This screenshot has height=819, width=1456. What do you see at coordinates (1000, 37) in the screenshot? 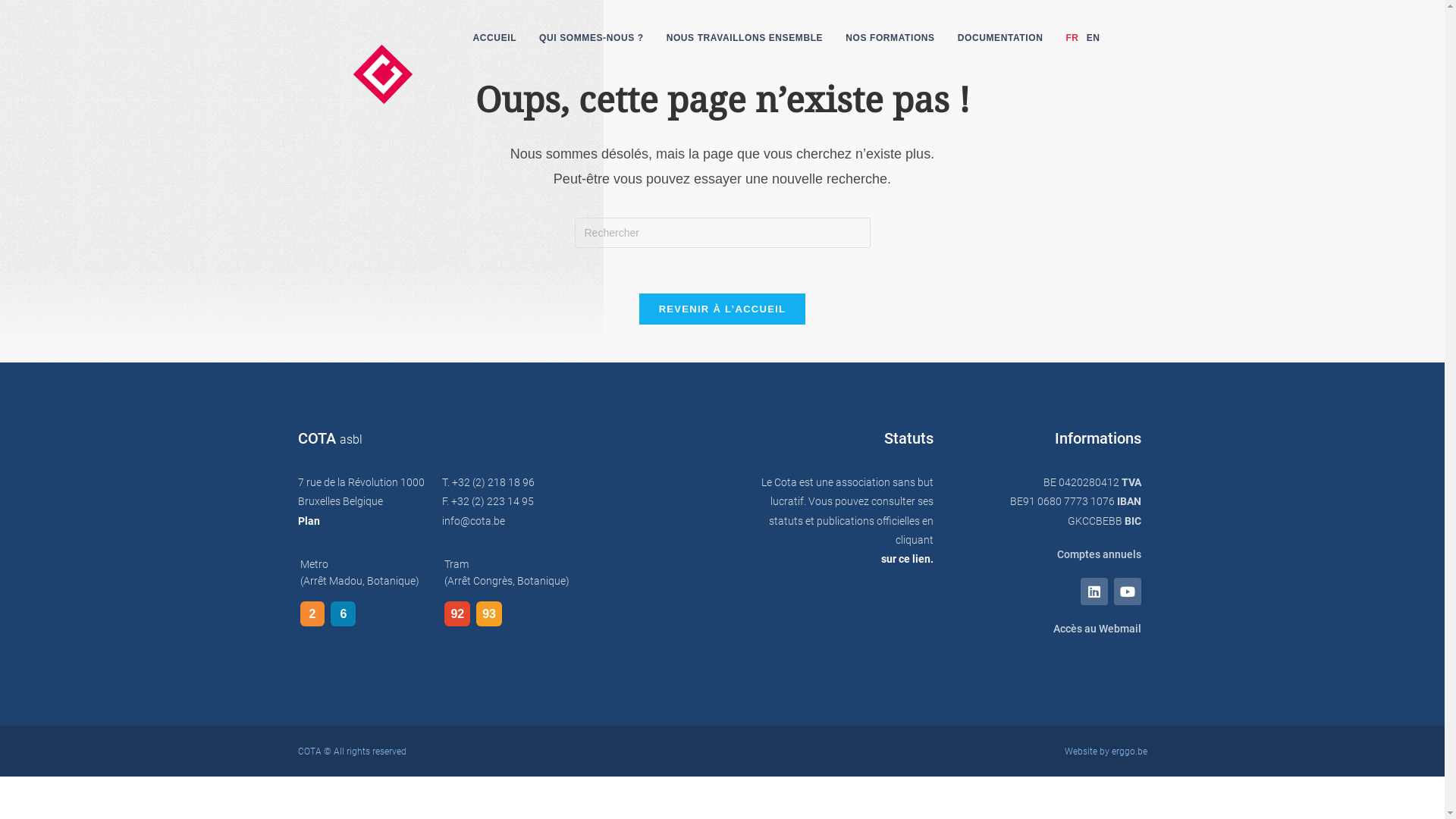
I see `'DOCUMENTATION'` at bounding box center [1000, 37].